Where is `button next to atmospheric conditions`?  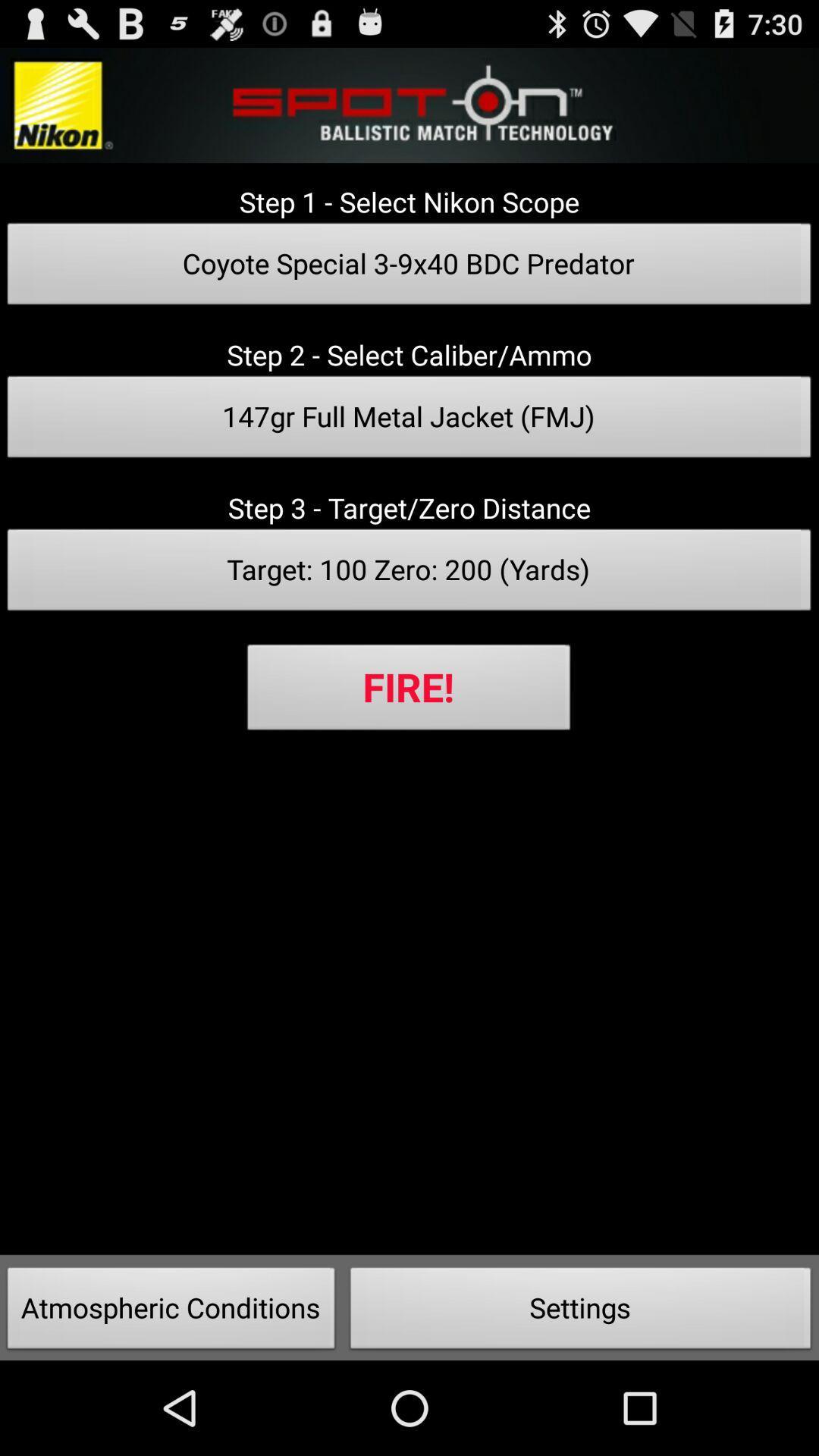 button next to atmospheric conditions is located at coordinates (580, 1312).